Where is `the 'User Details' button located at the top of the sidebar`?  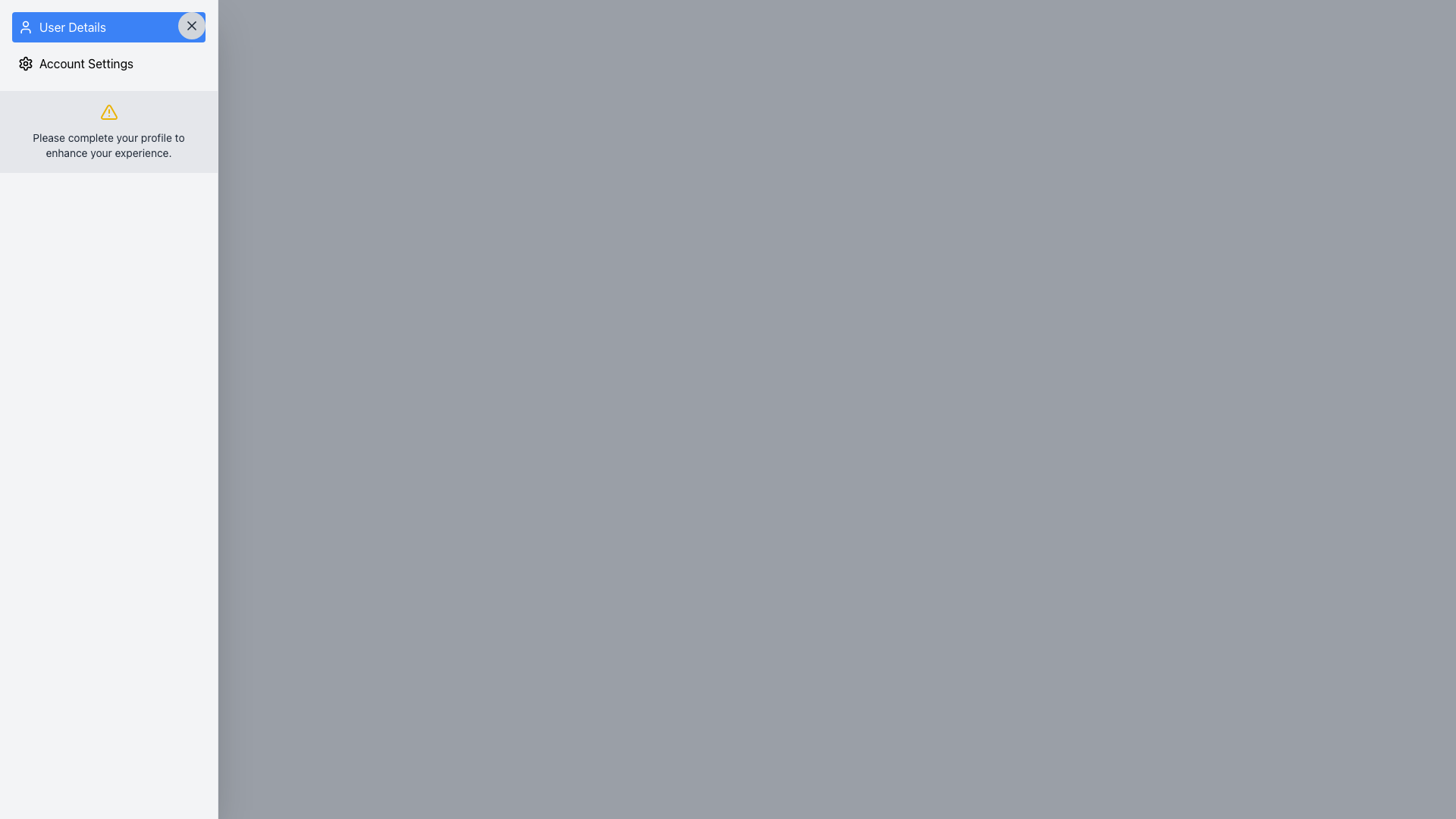 the 'User Details' button located at the top of the sidebar is located at coordinates (108, 27).